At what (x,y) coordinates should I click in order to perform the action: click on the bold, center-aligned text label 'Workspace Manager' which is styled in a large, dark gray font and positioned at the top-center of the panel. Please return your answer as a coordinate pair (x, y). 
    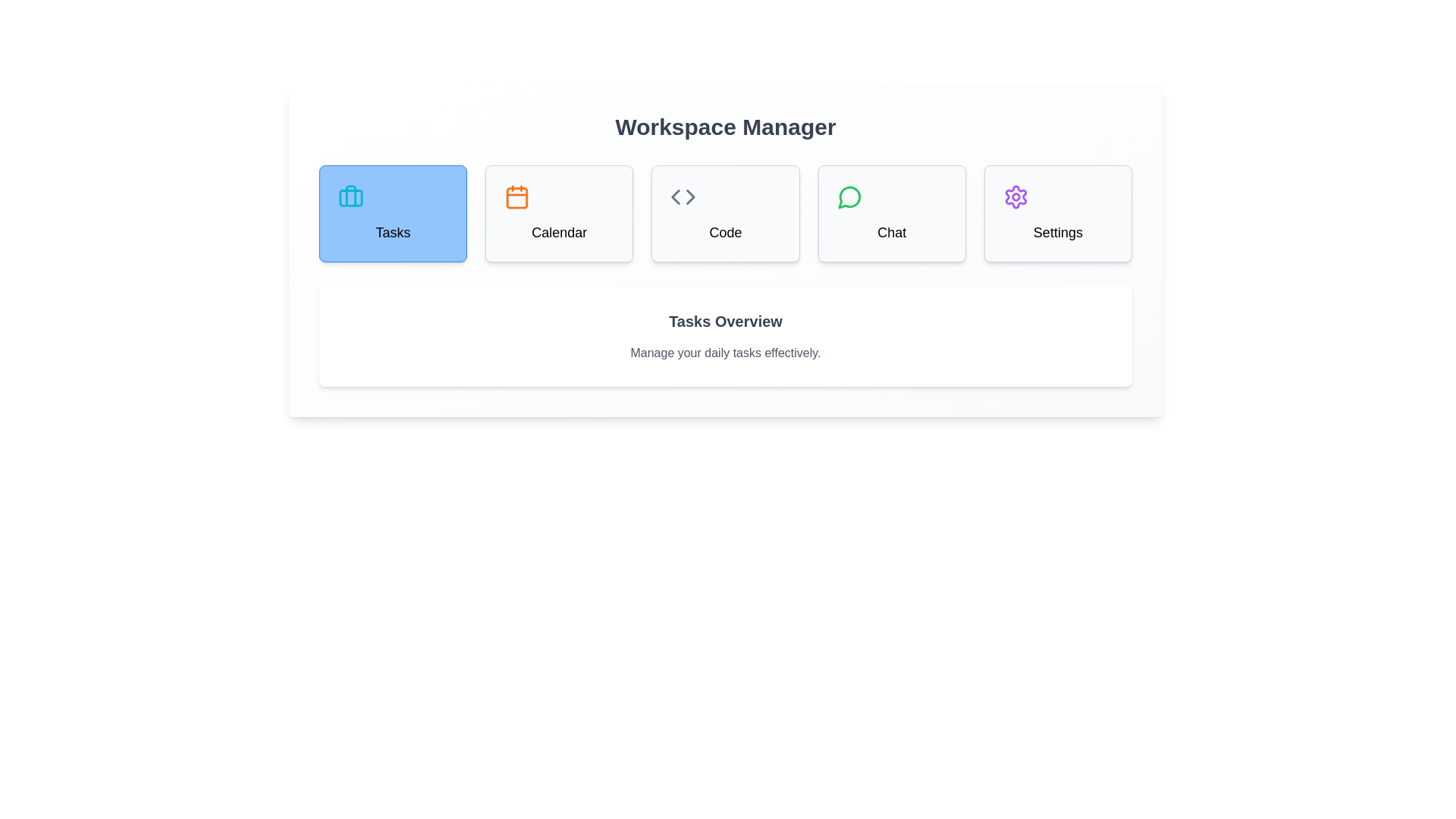
    Looking at the image, I should click on (724, 127).